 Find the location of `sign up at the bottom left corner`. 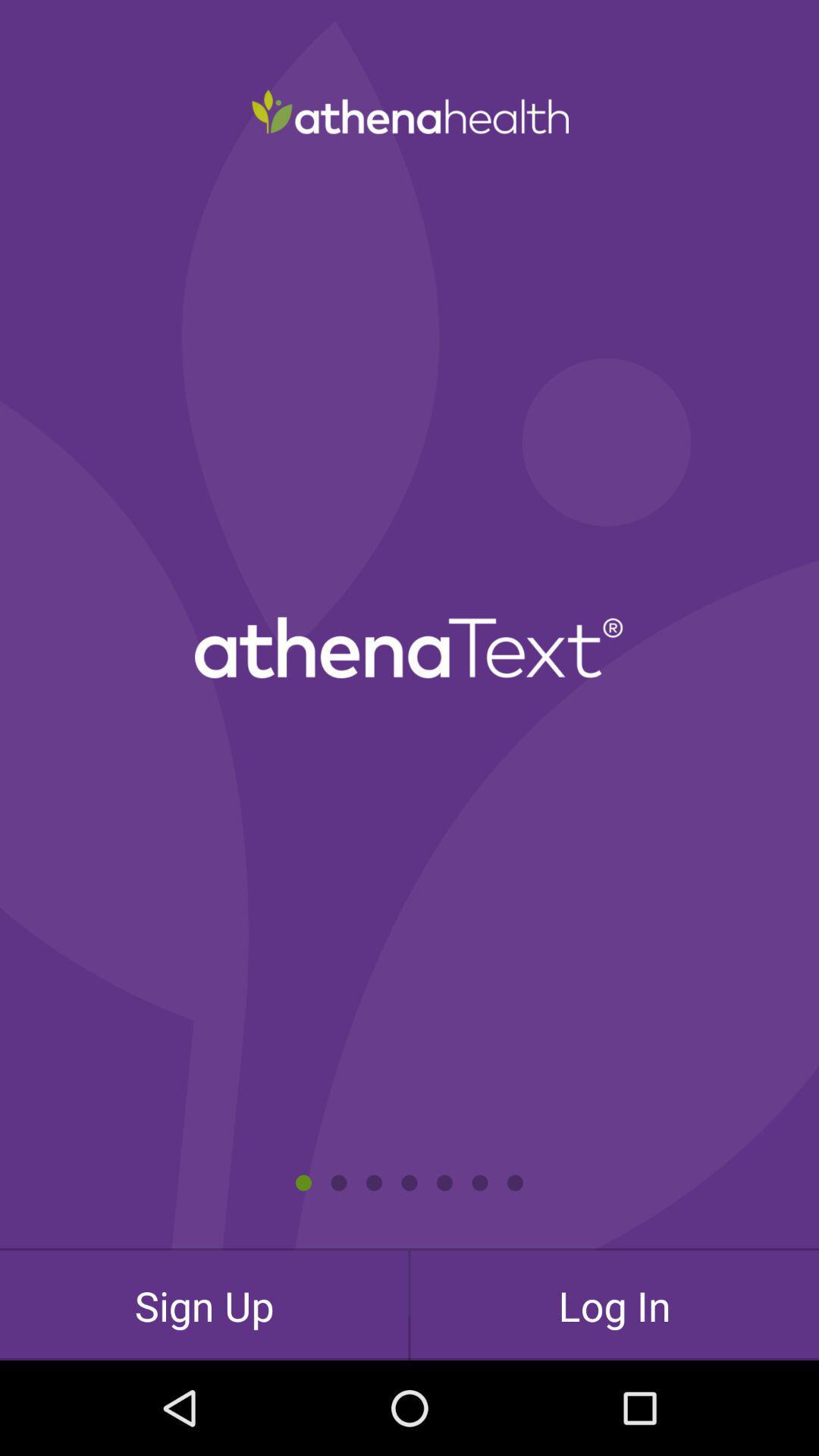

sign up at the bottom left corner is located at coordinates (203, 1304).